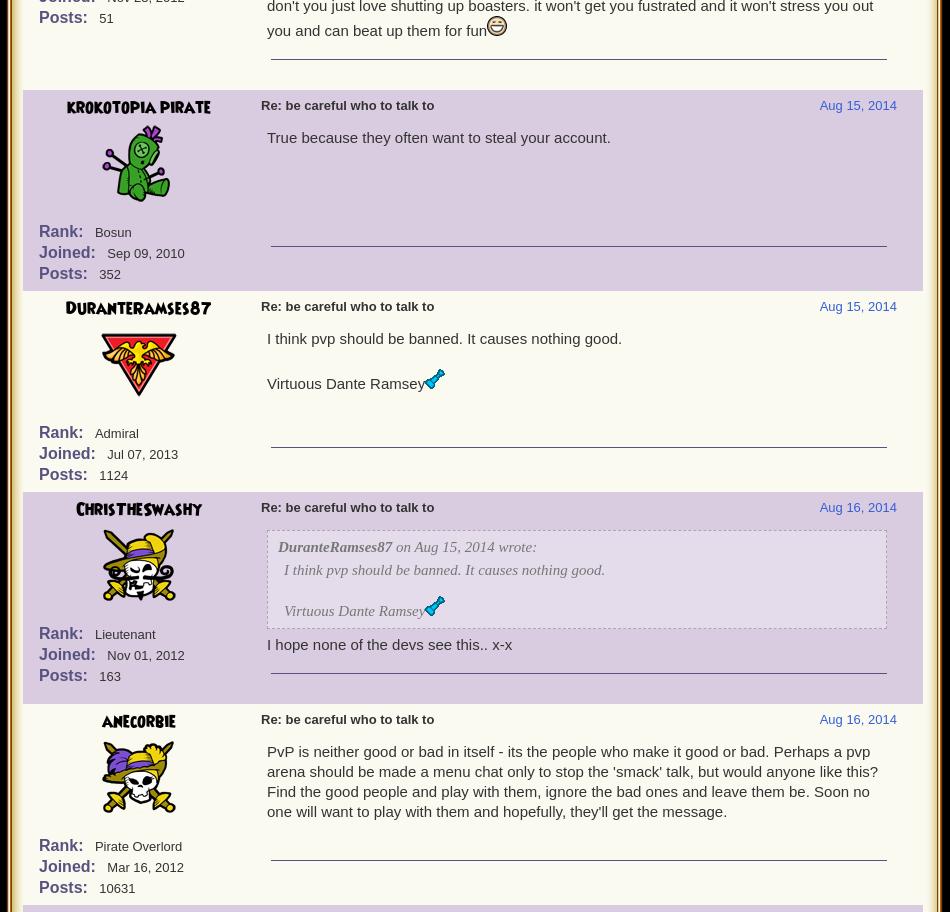 The width and height of the screenshot is (950, 912). I want to click on 'Sep 09, 2010', so click(145, 253).